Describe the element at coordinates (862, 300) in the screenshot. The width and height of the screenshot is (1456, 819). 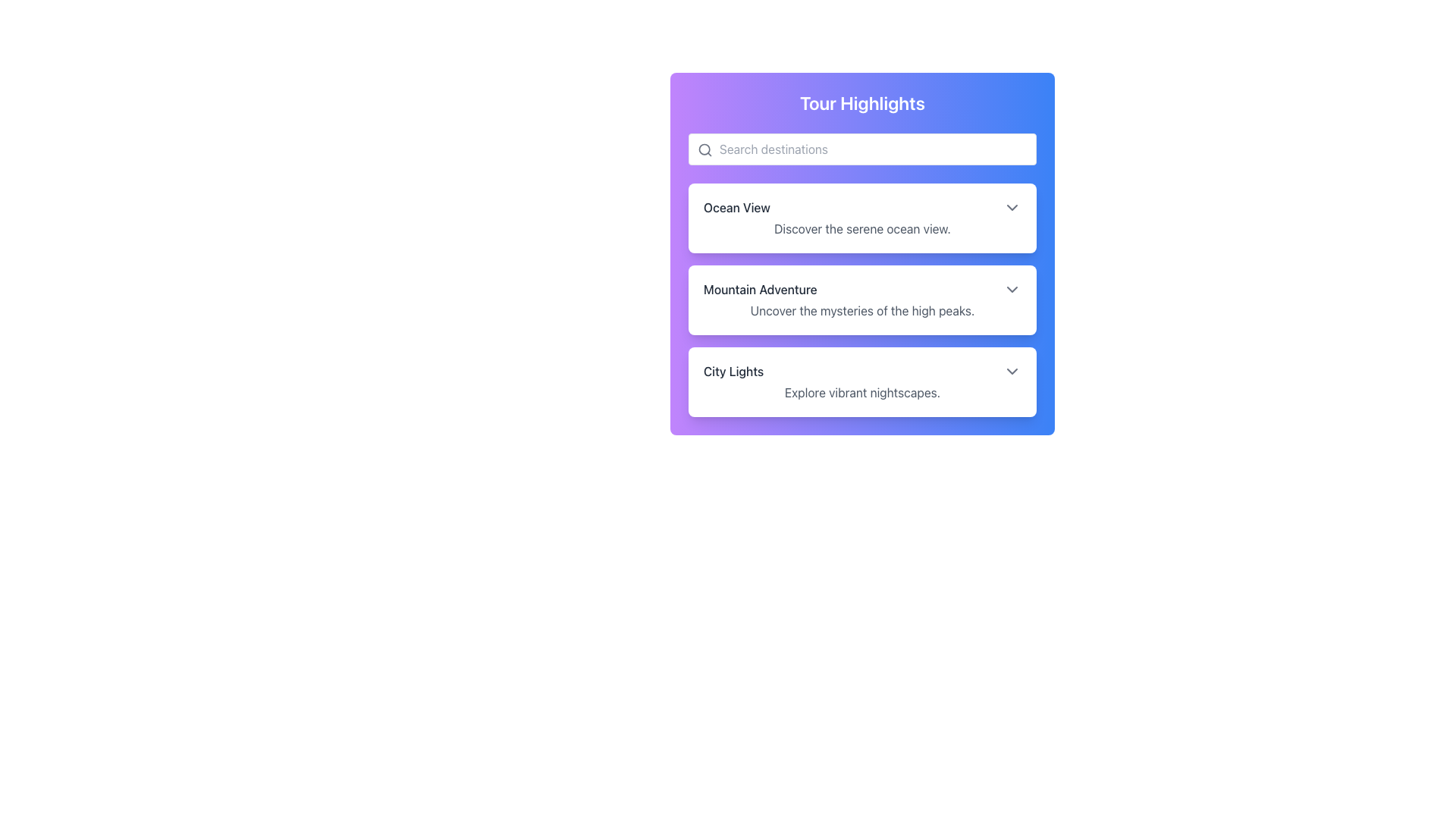
I see `the second card in the vertical stack, which displays information about 'Mountain Adventure'` at that location.